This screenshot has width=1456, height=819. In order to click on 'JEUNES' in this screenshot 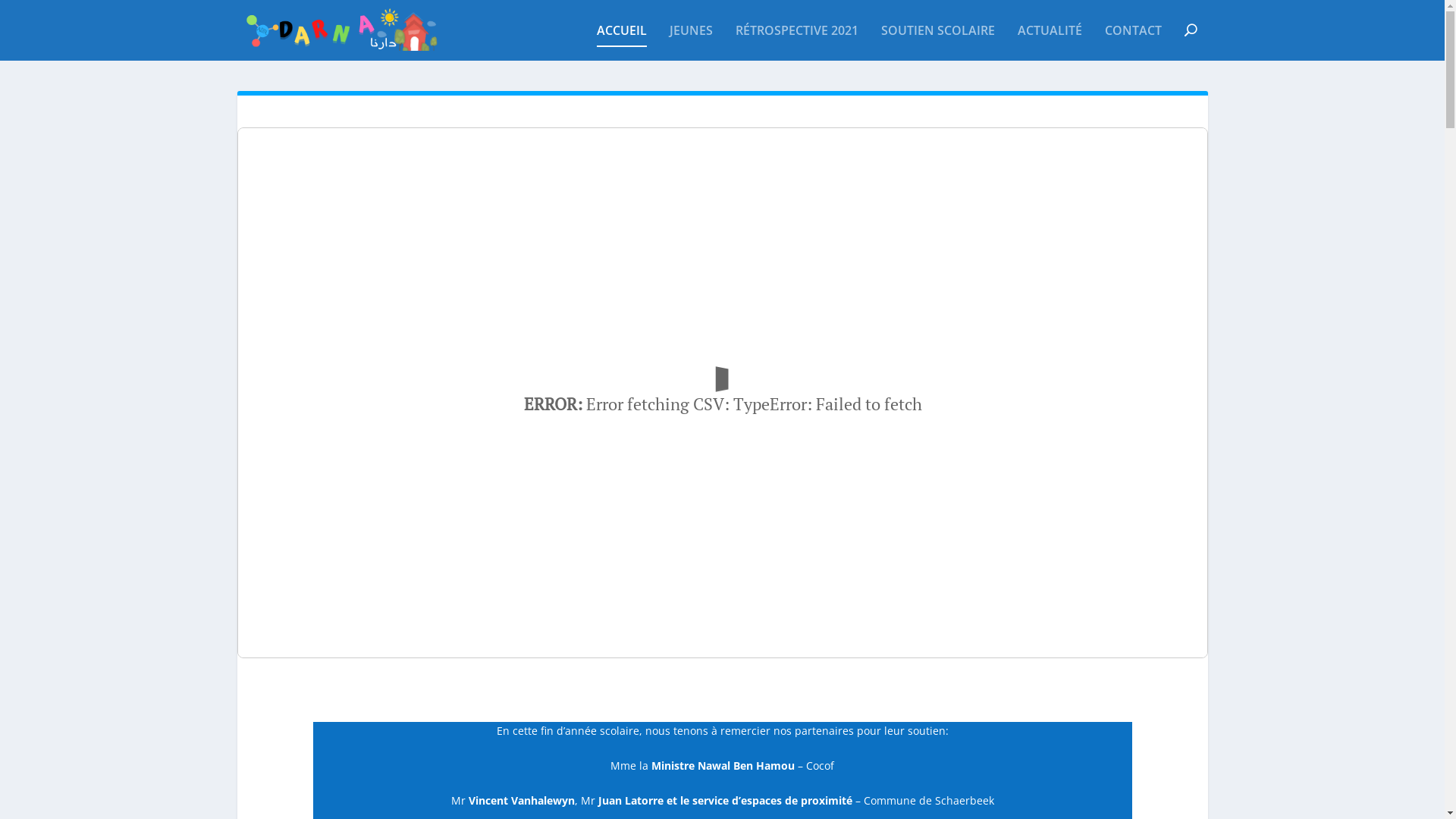, I will do `click(689, 42)`.